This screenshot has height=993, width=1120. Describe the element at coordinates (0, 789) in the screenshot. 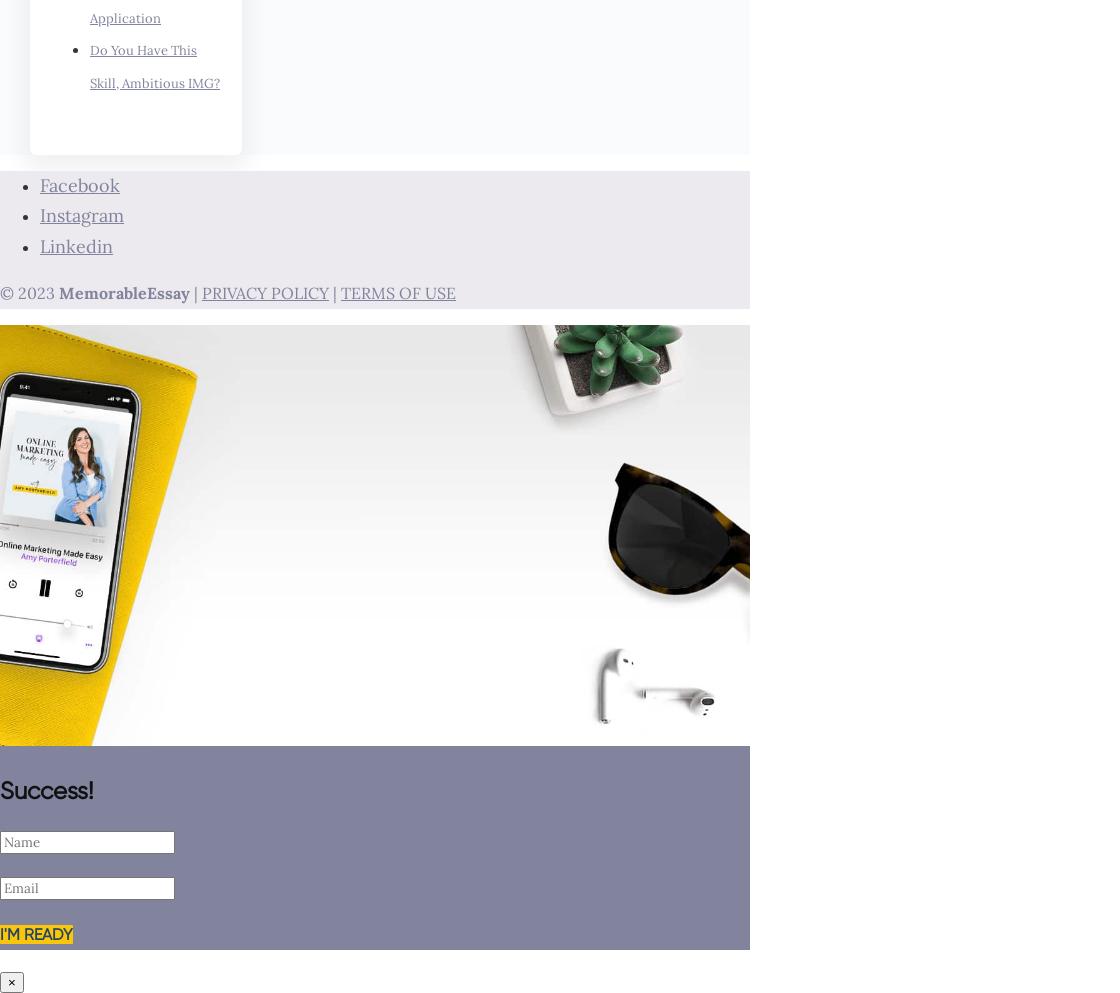

I see `'Success!'` at that location.